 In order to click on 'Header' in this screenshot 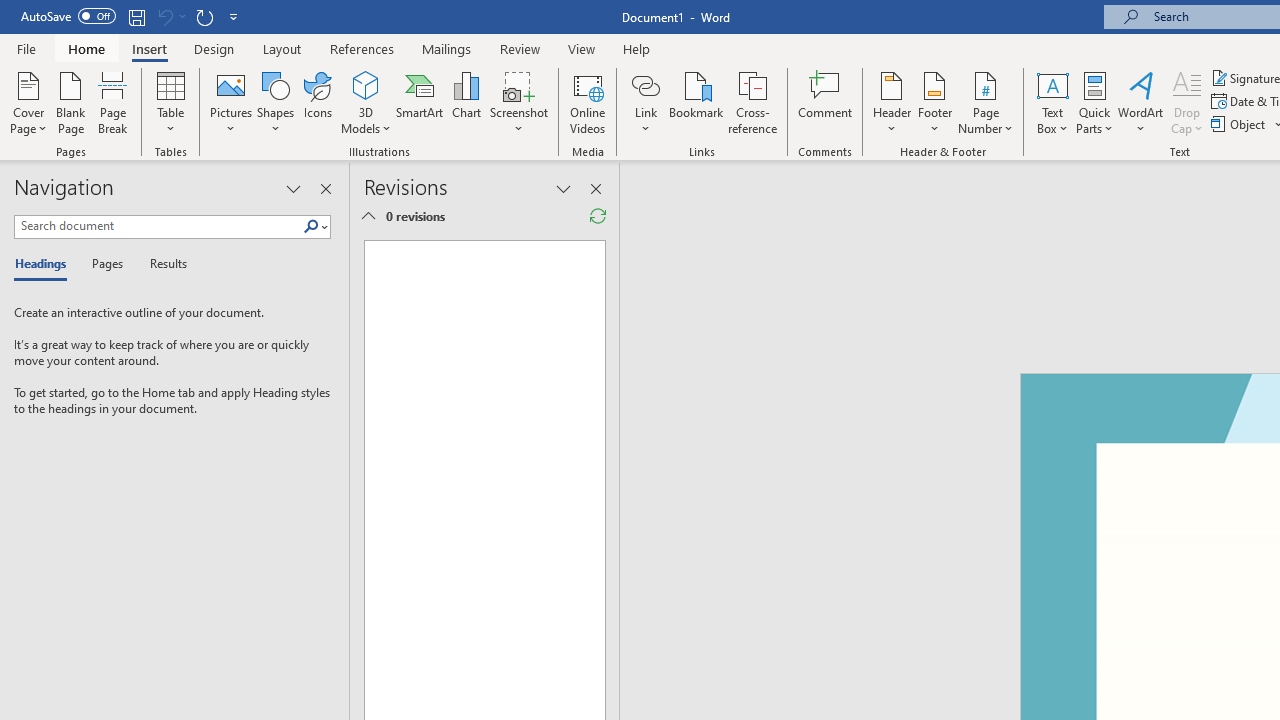, I will do `click(891, 103)`.